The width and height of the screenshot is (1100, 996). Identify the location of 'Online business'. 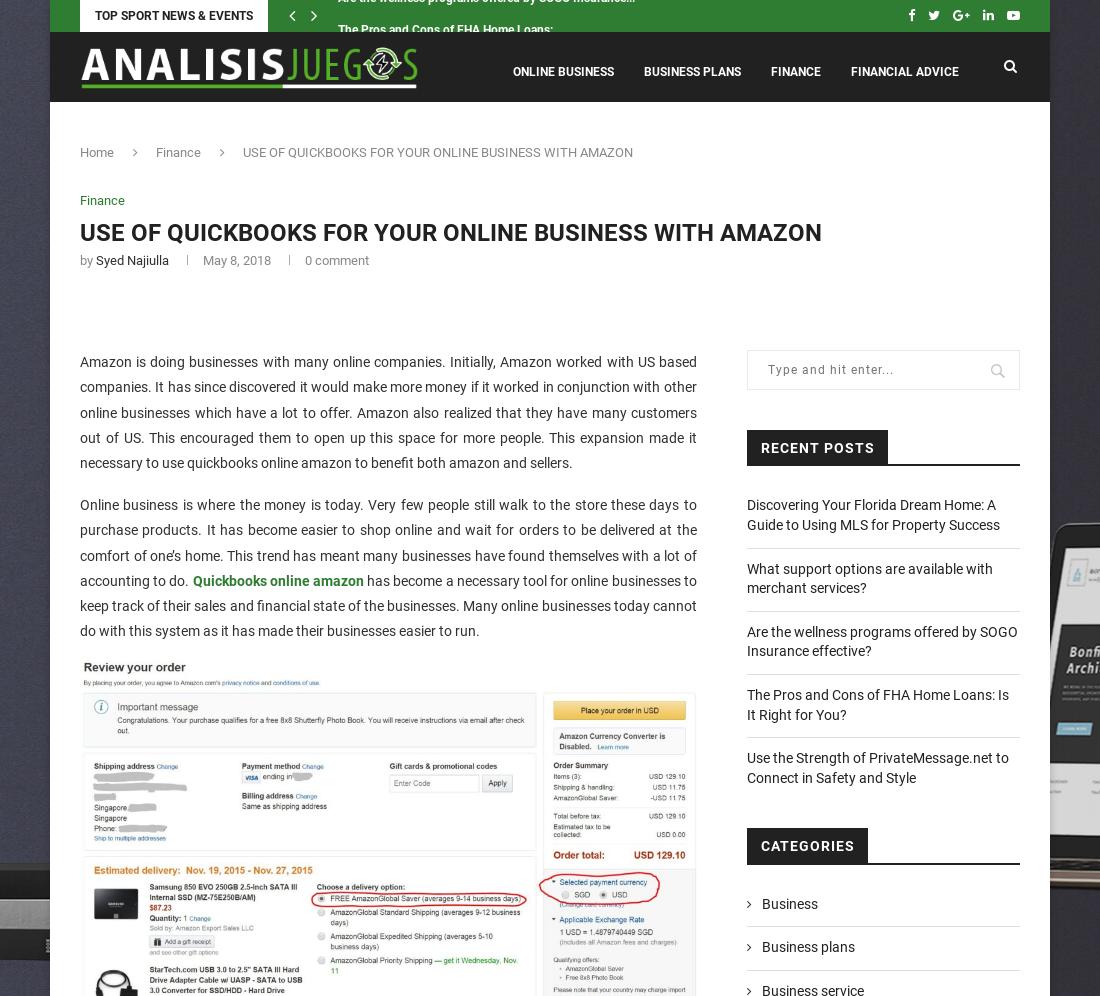
(562, 71).